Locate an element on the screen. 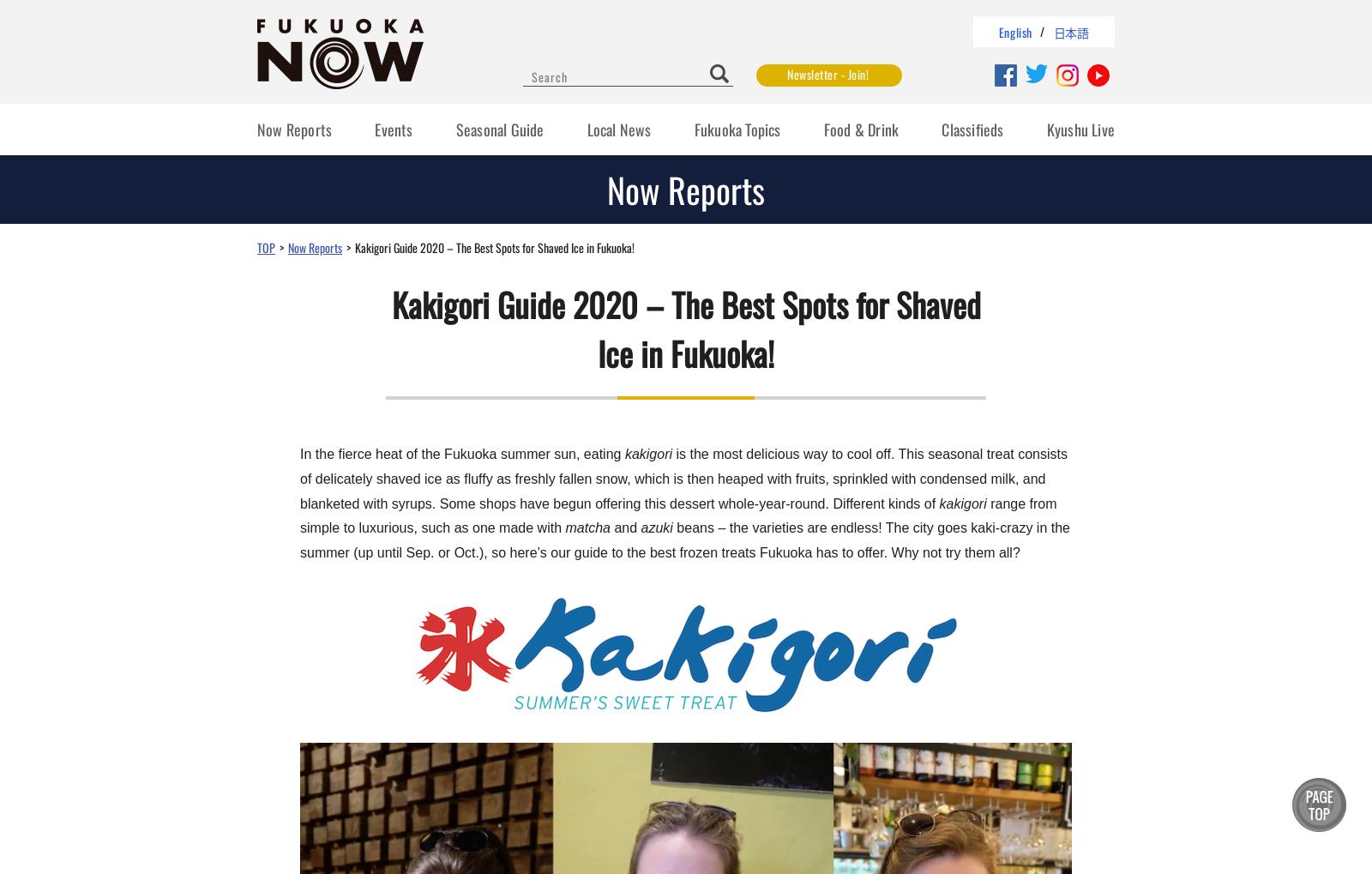 This screenshot has height=874, width=1372. 'English' is located at coordinates (1014, 31).